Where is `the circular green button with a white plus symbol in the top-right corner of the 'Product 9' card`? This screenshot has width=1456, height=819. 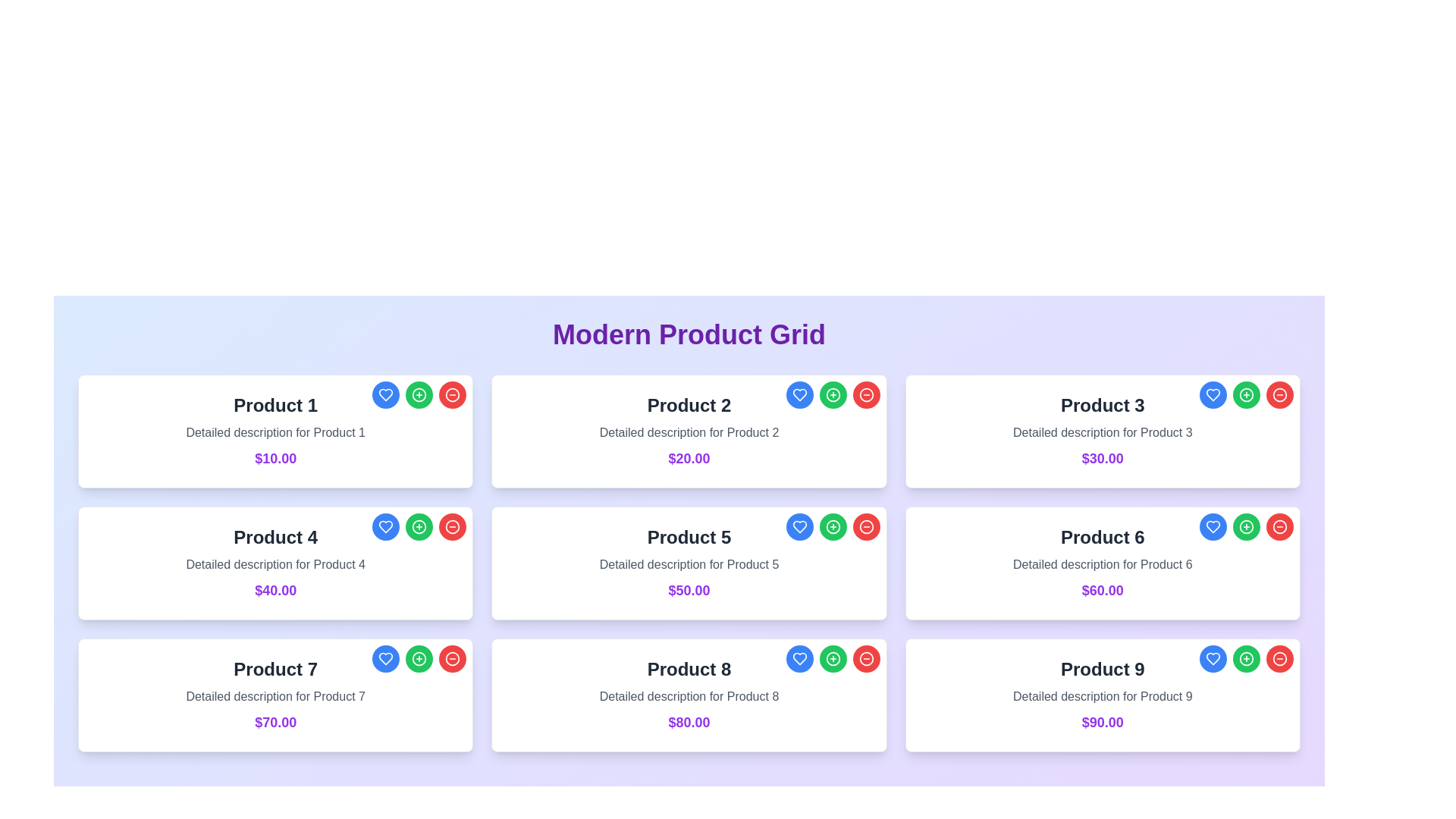 the circular green button with a white plus symbol in the top-right corner of the 'Product 9' card is located at coordinates (1246, 657).